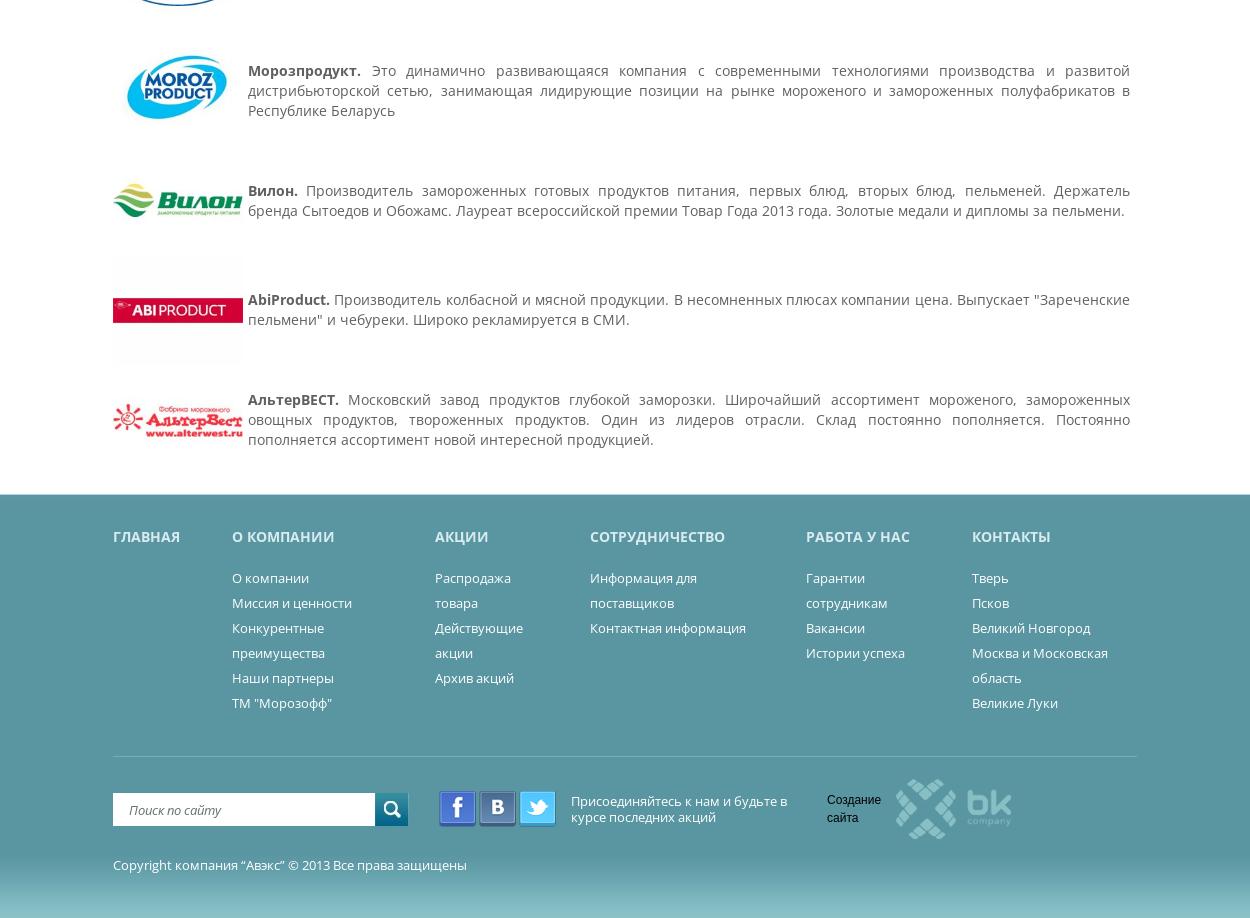 This screenshot has height=918, width=1250. I want to click on 'AbiProduct.', so click(289, 298).